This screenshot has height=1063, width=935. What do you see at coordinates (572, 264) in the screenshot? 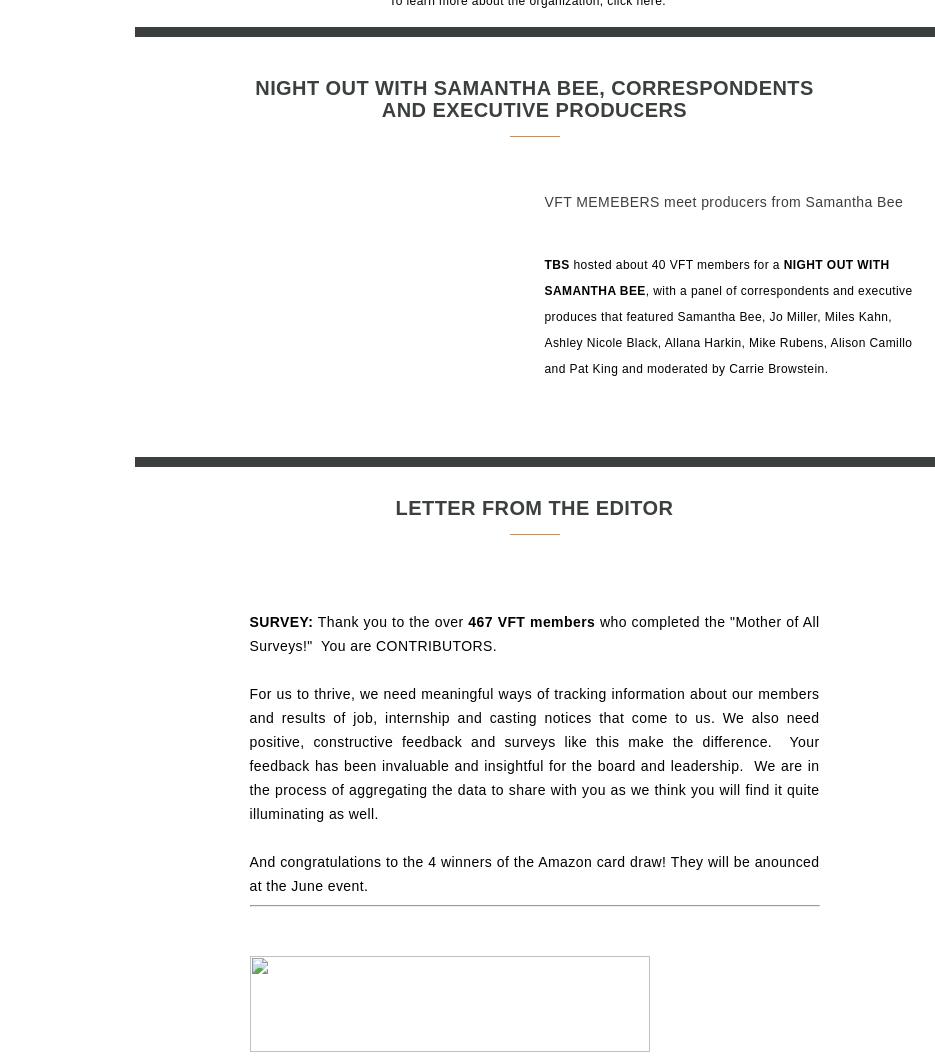
I see `'hosted about 40 VFT members for a'` at bounding box center [572, 264].